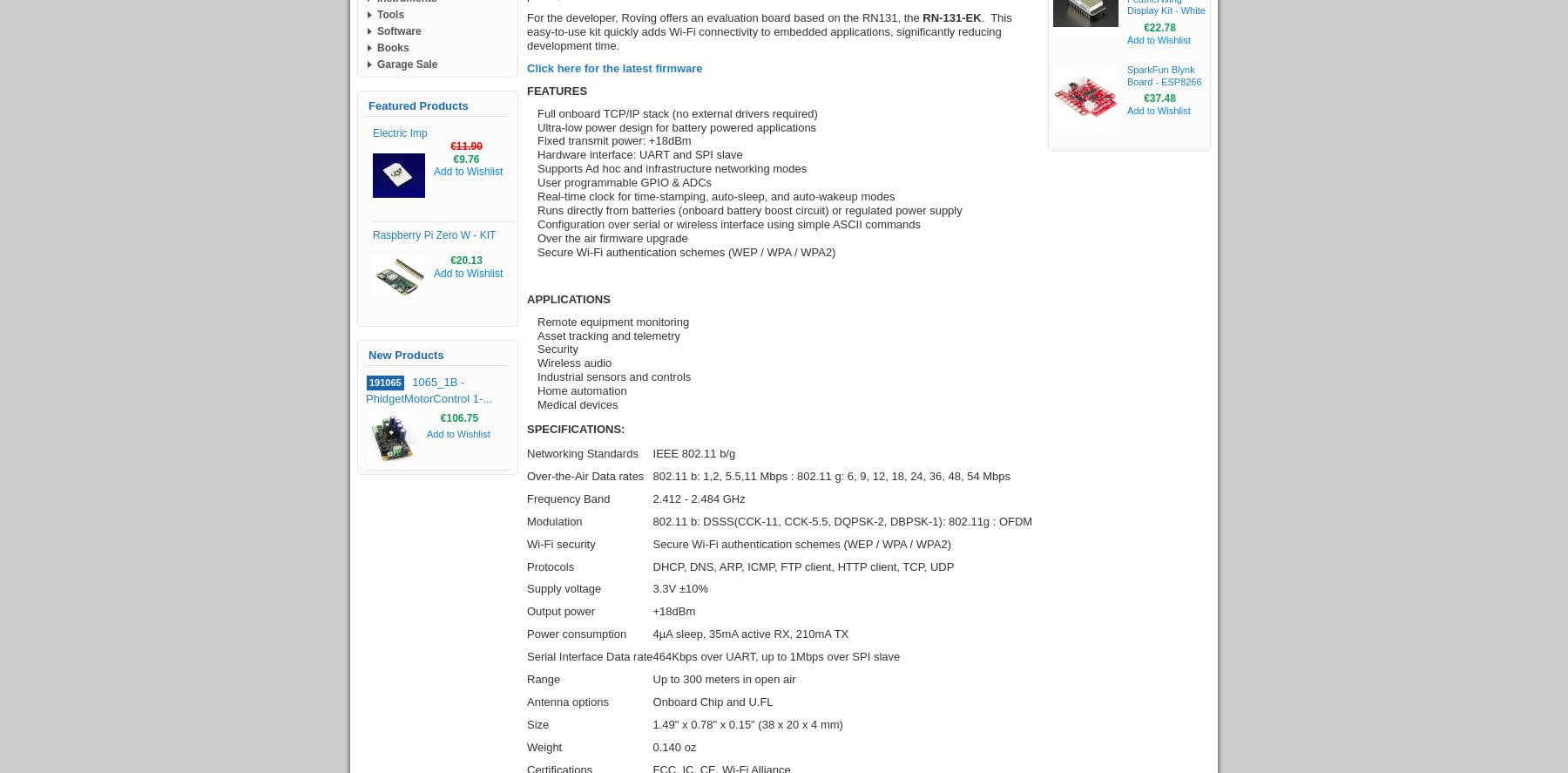 This screenshot has width=1568, height=773. What do you see at coordinates (651, 634) in the screenshot?
I see `'4µA sleep, 35mA active RX, 210mA TX'` at bounding box center [651, 634].